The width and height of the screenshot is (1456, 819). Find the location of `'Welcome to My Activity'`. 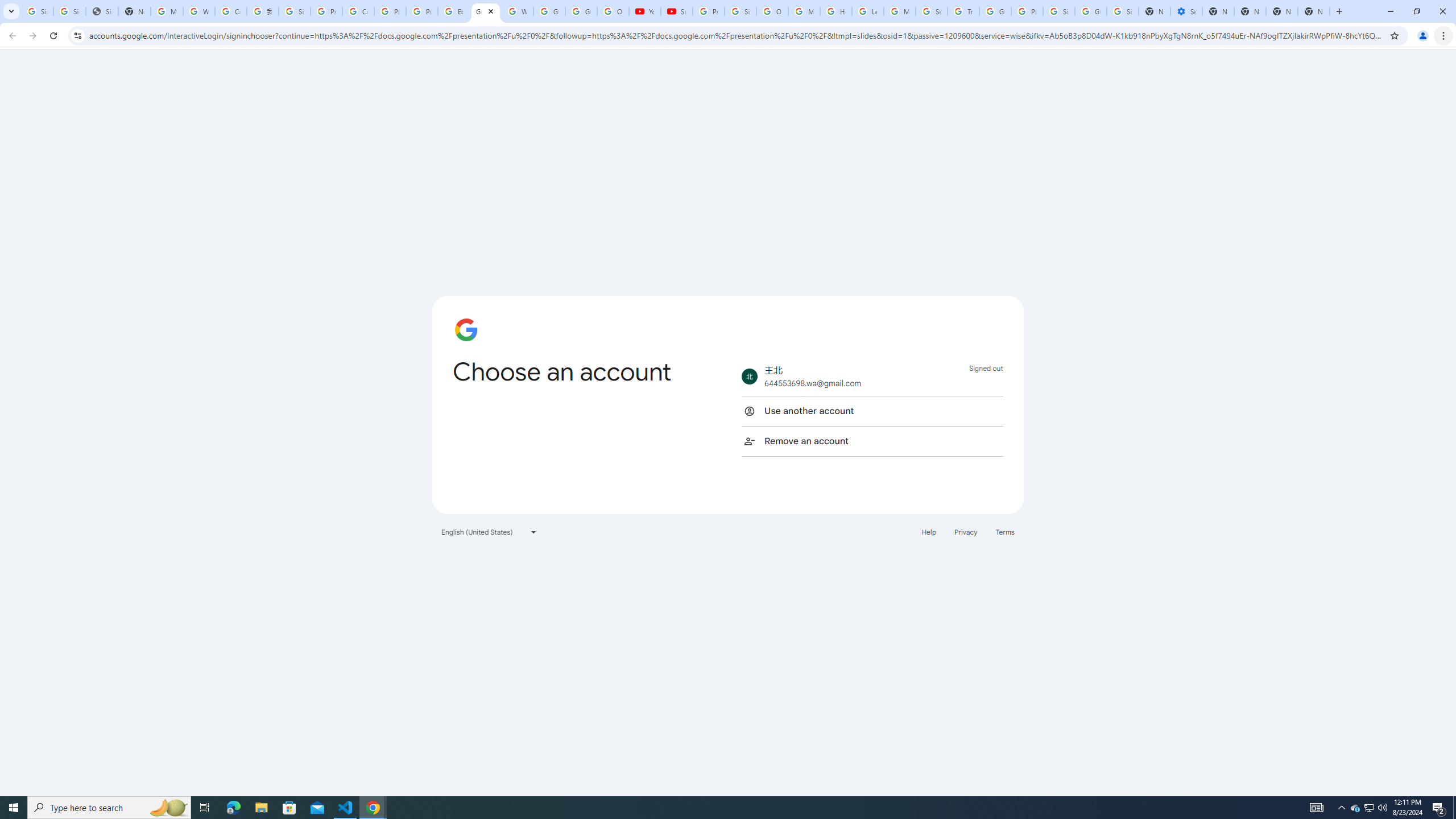

'Welcome to My Activity' is located at coordinates (517, 11).